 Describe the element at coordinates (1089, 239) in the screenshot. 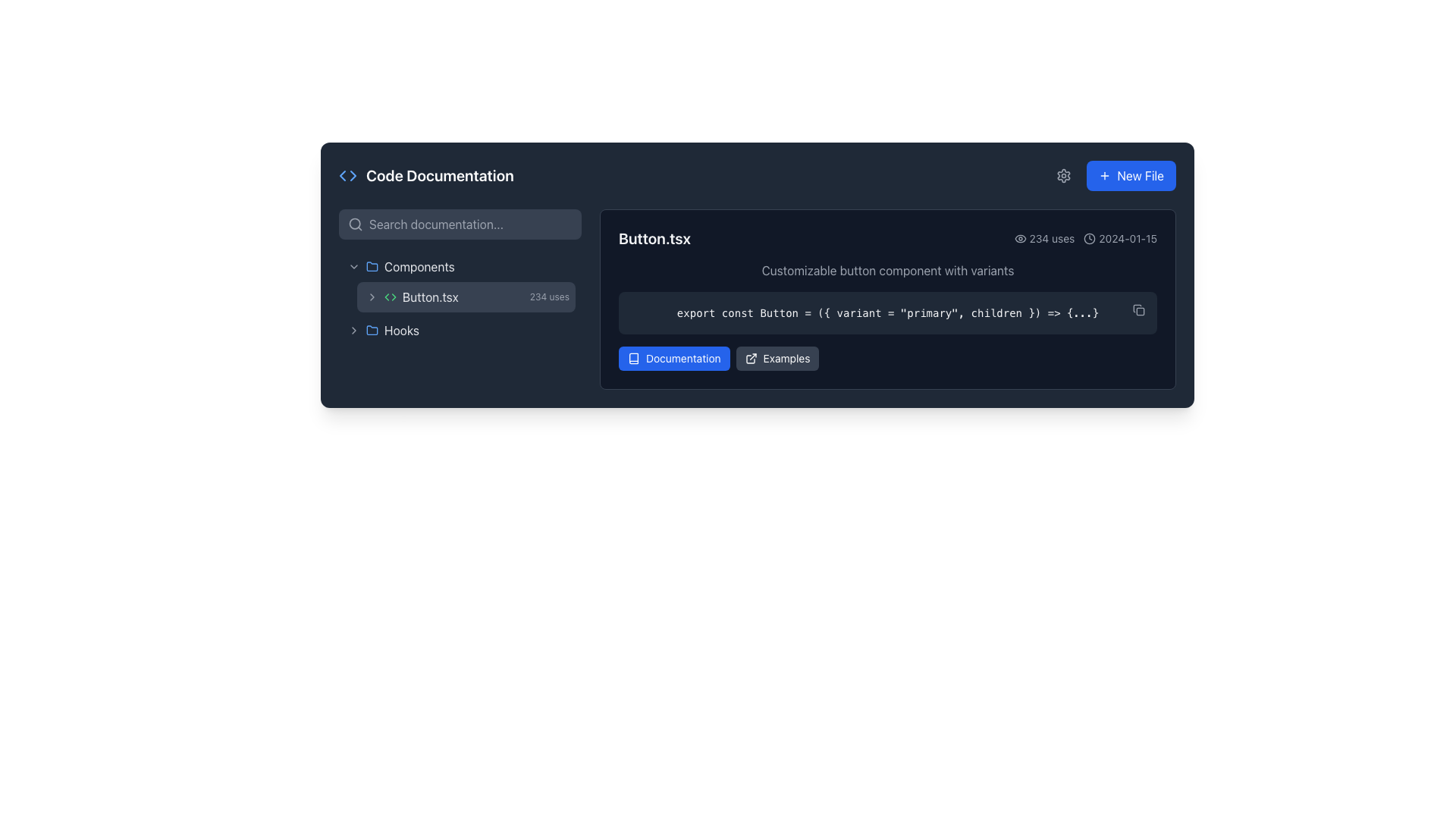

I see `the clock icon that represents a timestamp, positioned to the left of the date text '2024-01-15'` at that location.